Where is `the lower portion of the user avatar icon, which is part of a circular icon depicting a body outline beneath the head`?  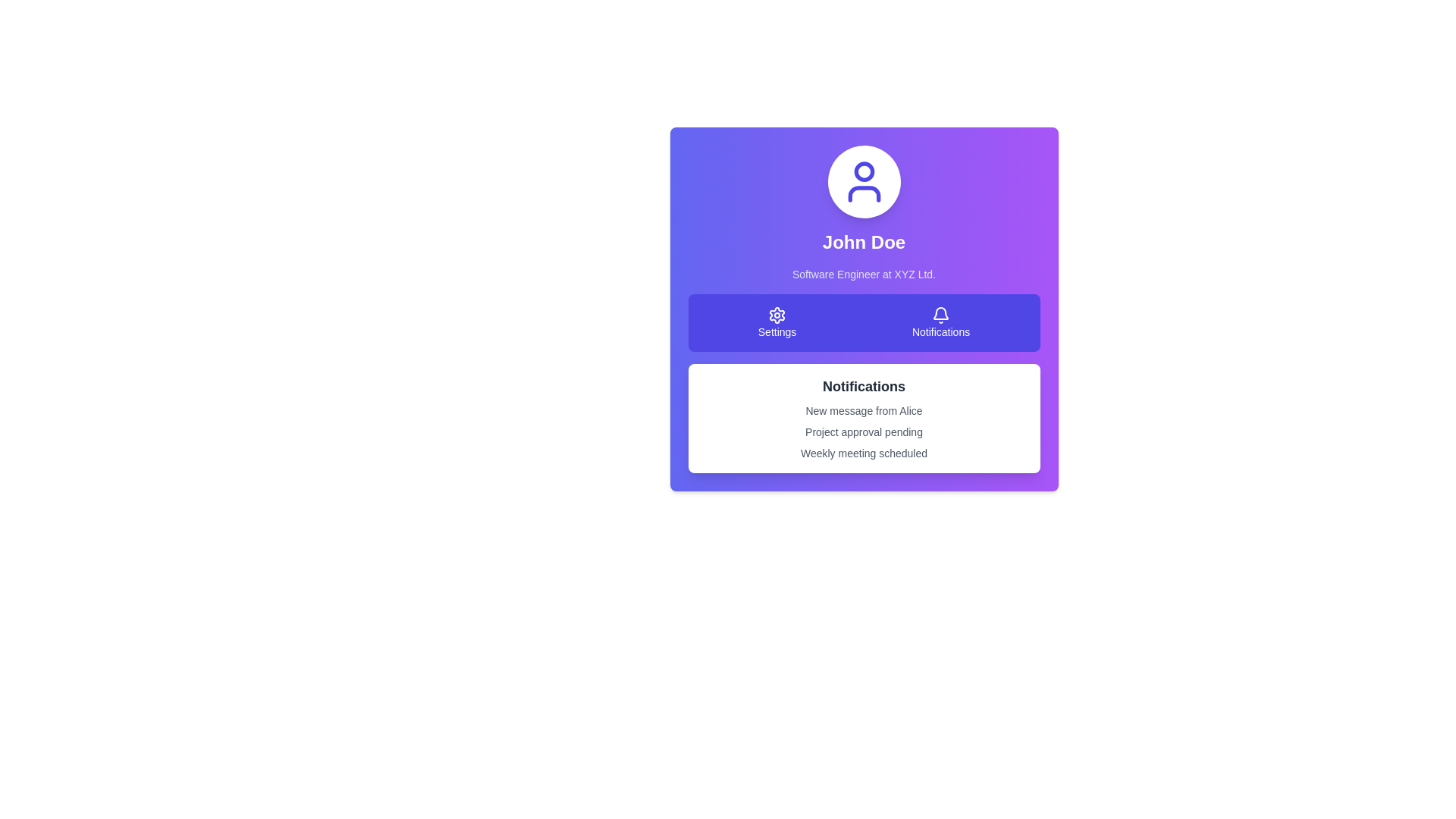
the lower portion of the user avatar icon, which is part of a circular icon depicting a body outline beneath the head is located at coordinates (864, 193).